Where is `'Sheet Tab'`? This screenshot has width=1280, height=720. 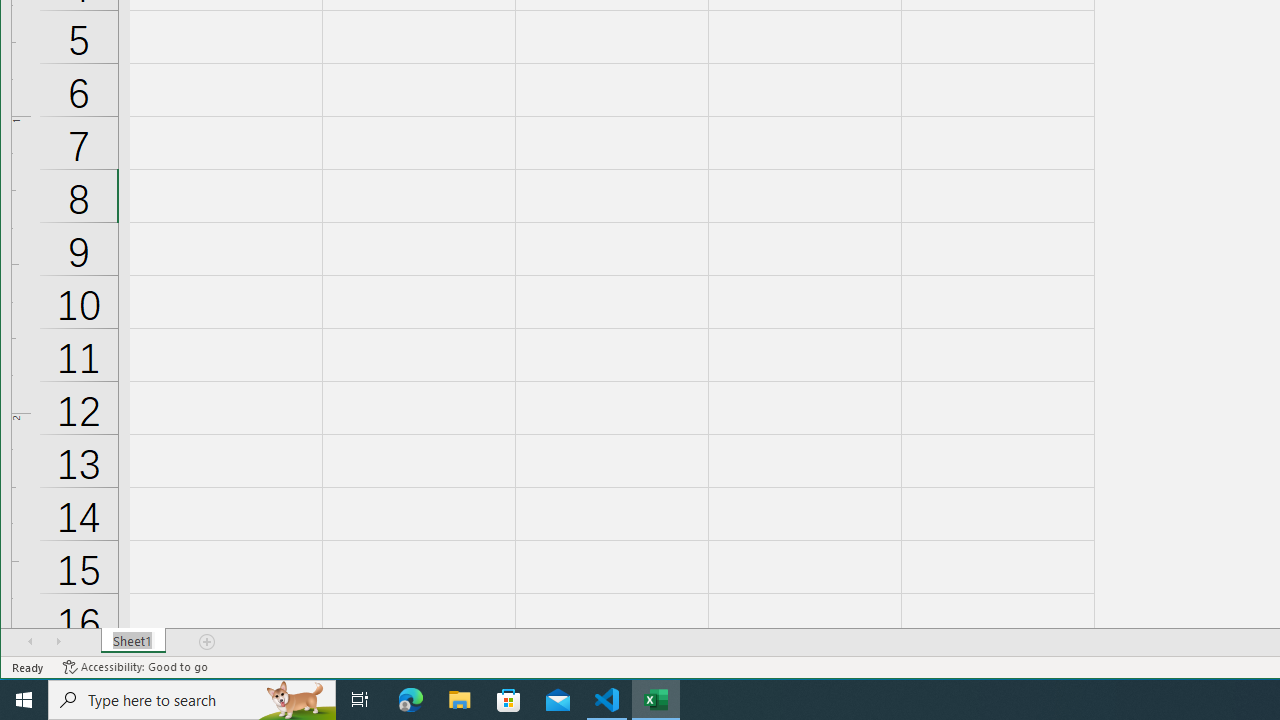
'Sheet Tab' is located at coordinates (132, 641).